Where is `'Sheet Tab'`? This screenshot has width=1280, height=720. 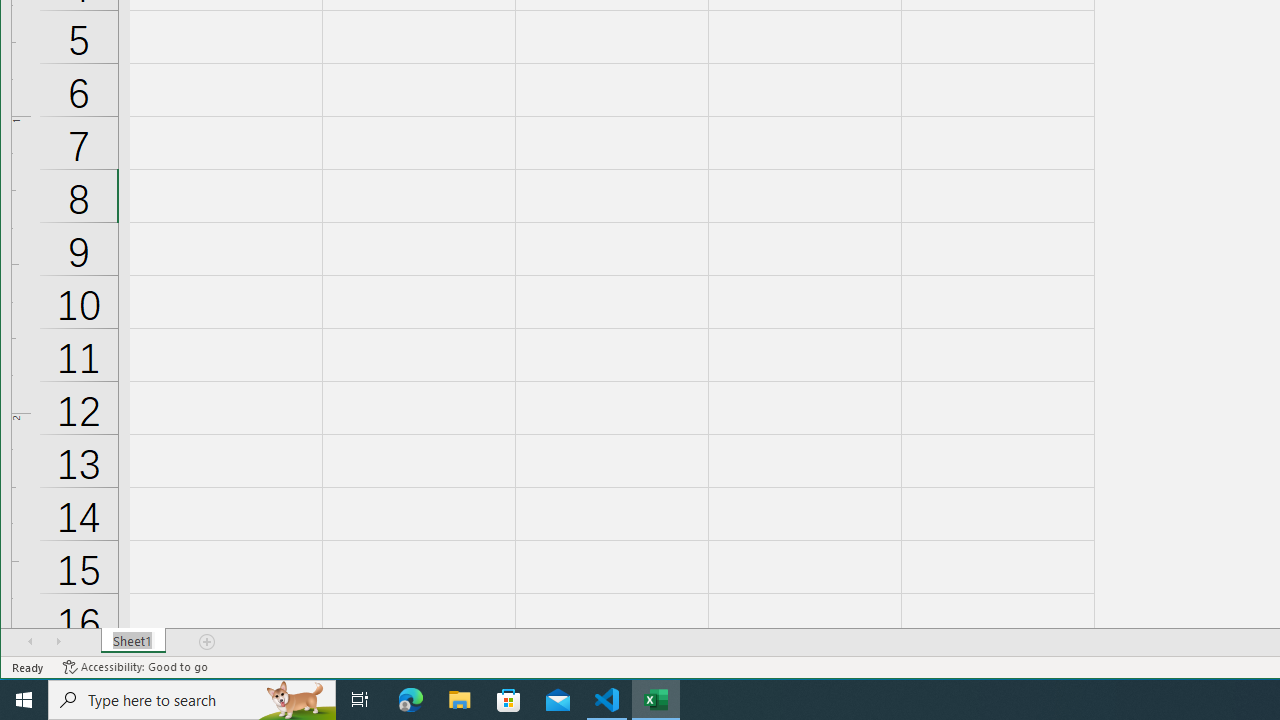
'Sheet Tab' is located at coordinates (132, 641).